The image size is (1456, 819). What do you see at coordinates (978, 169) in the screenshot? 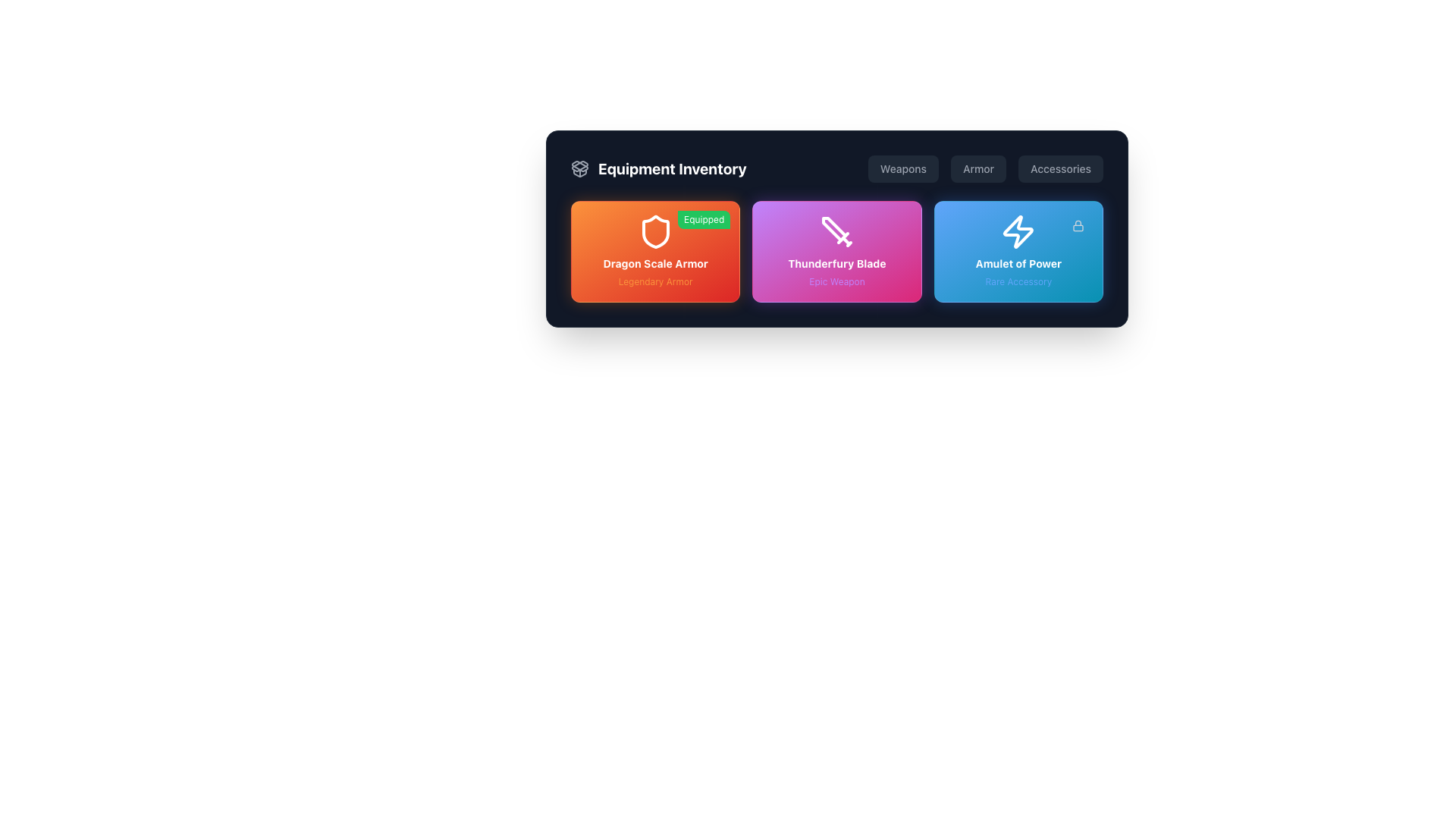
I see `the 'Armor' button, which is the second button in the Equipment Inventory` at bounding box center [978, 169].